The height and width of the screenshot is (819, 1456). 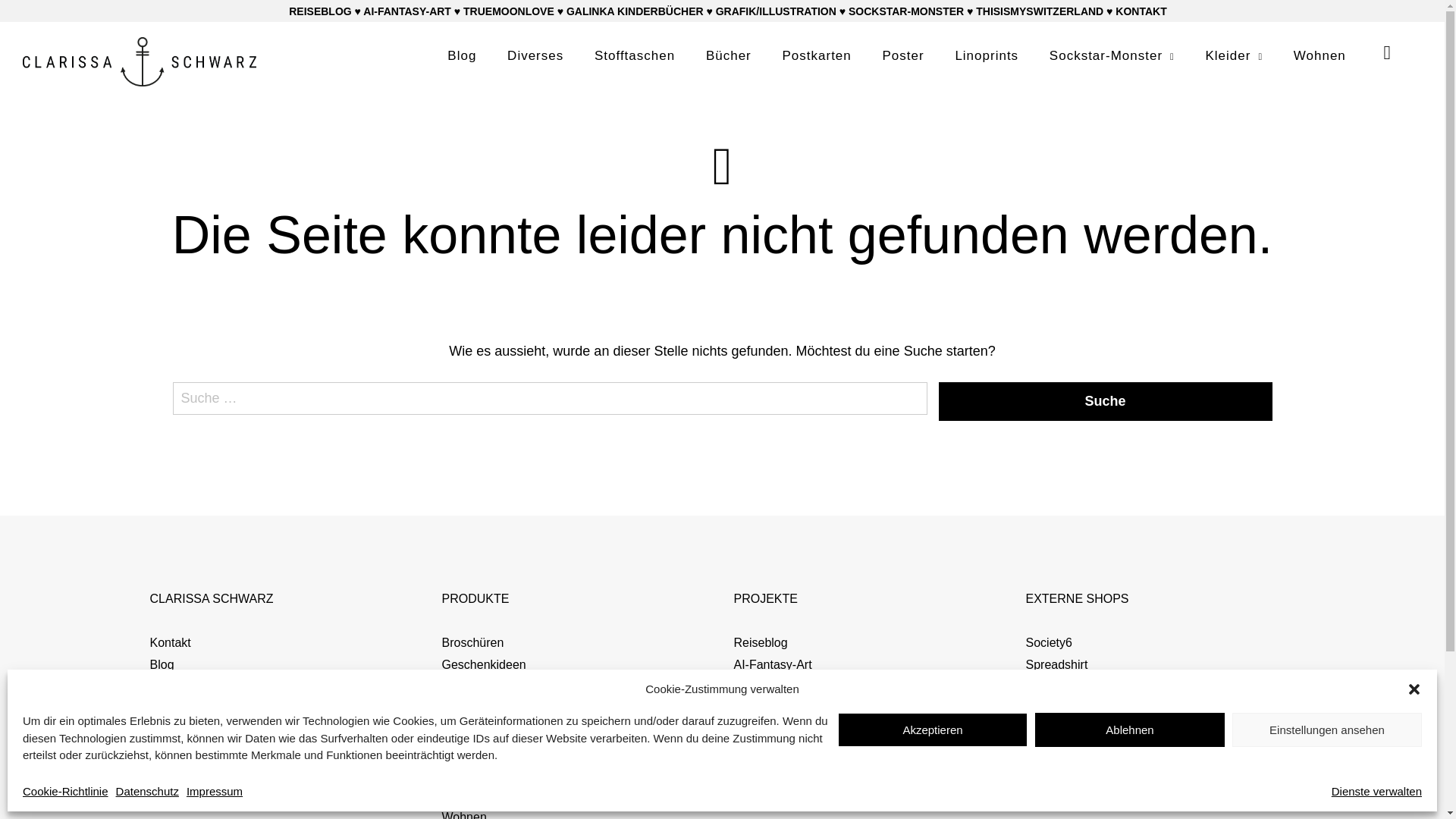 I want to click on 'Society6', so click(x=1025, y=642).